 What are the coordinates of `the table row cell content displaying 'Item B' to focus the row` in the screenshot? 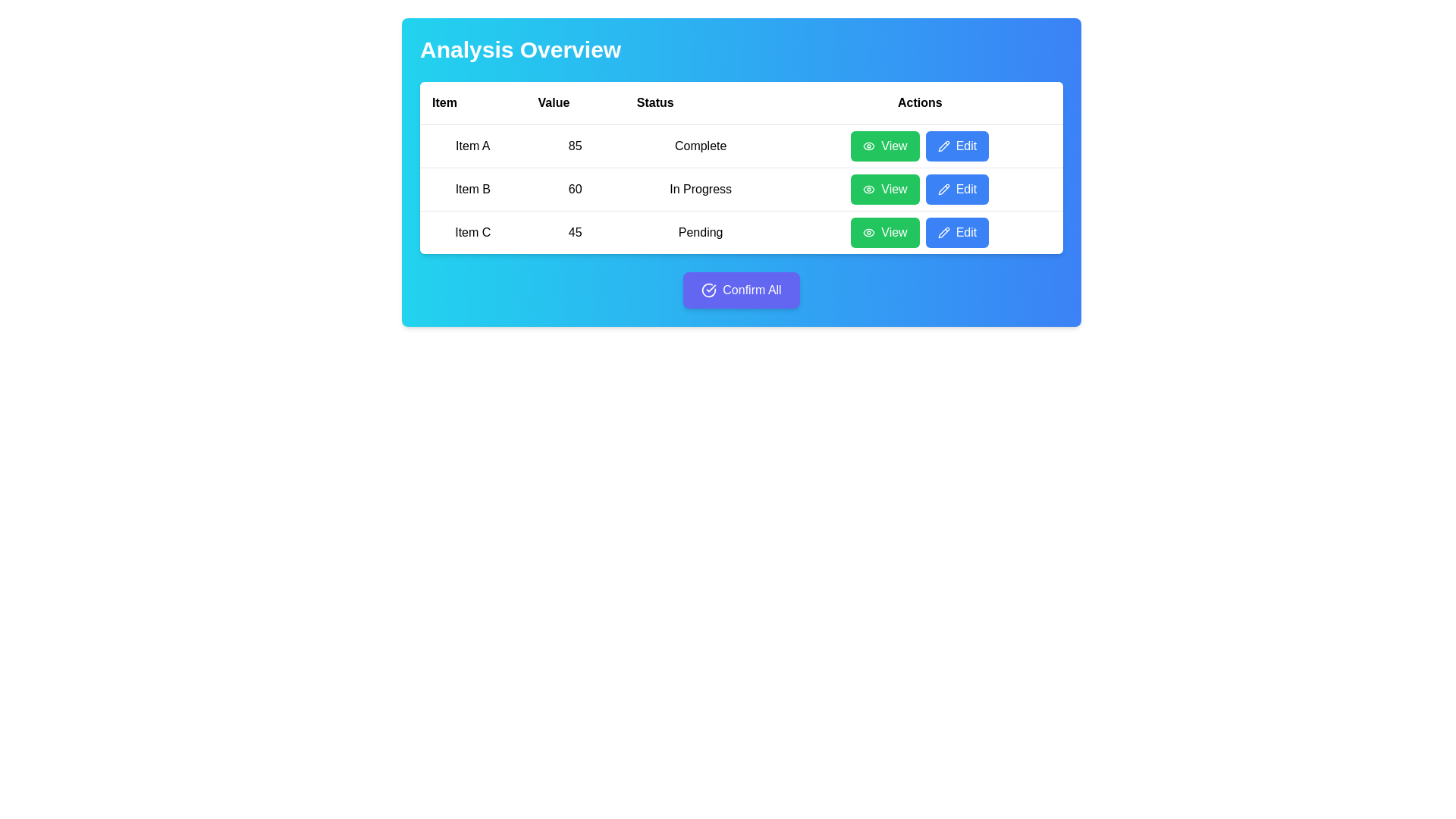 It's located at (742, 188).